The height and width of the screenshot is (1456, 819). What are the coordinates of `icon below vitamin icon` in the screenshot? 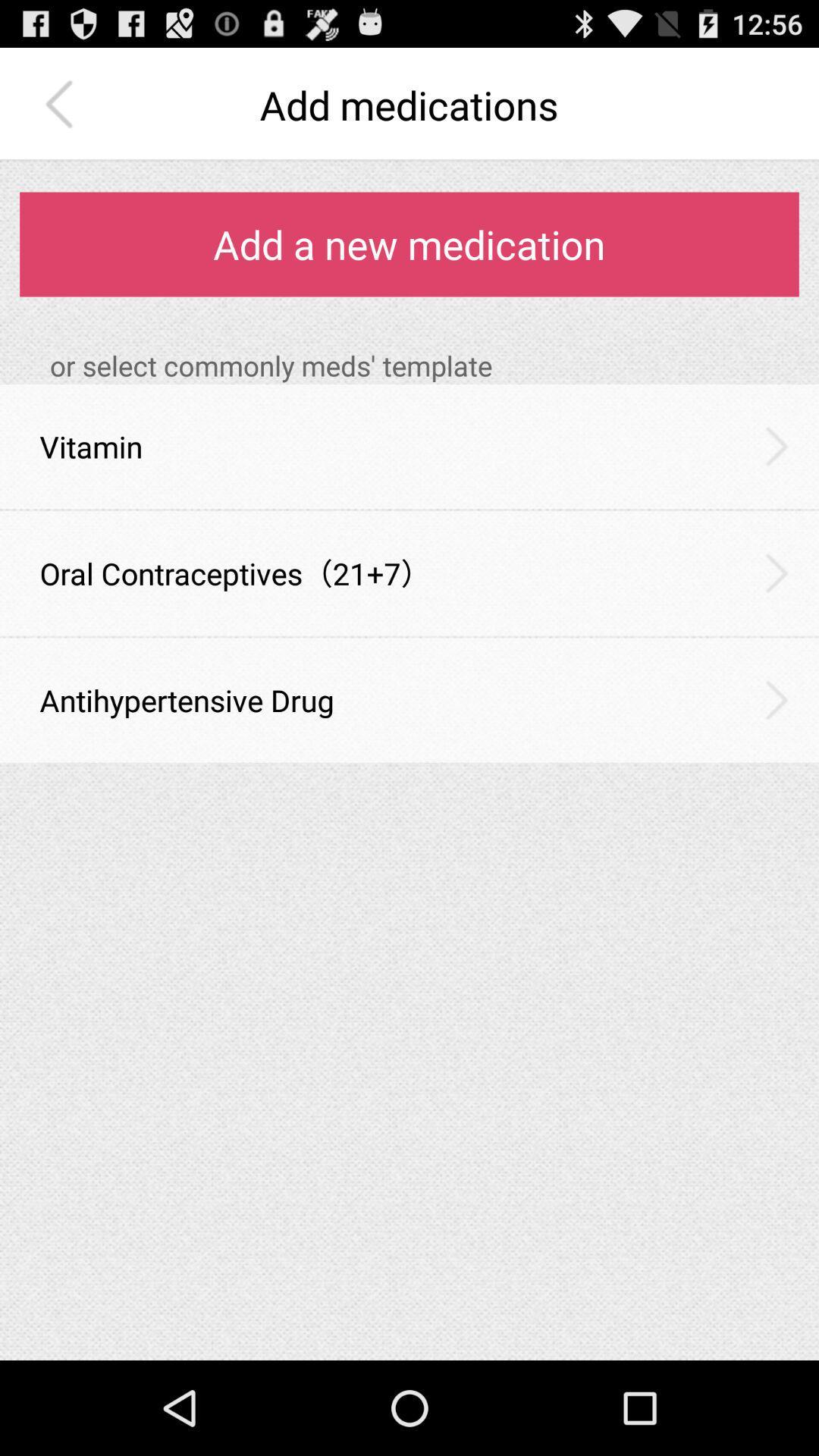 It's located at (409, 510).